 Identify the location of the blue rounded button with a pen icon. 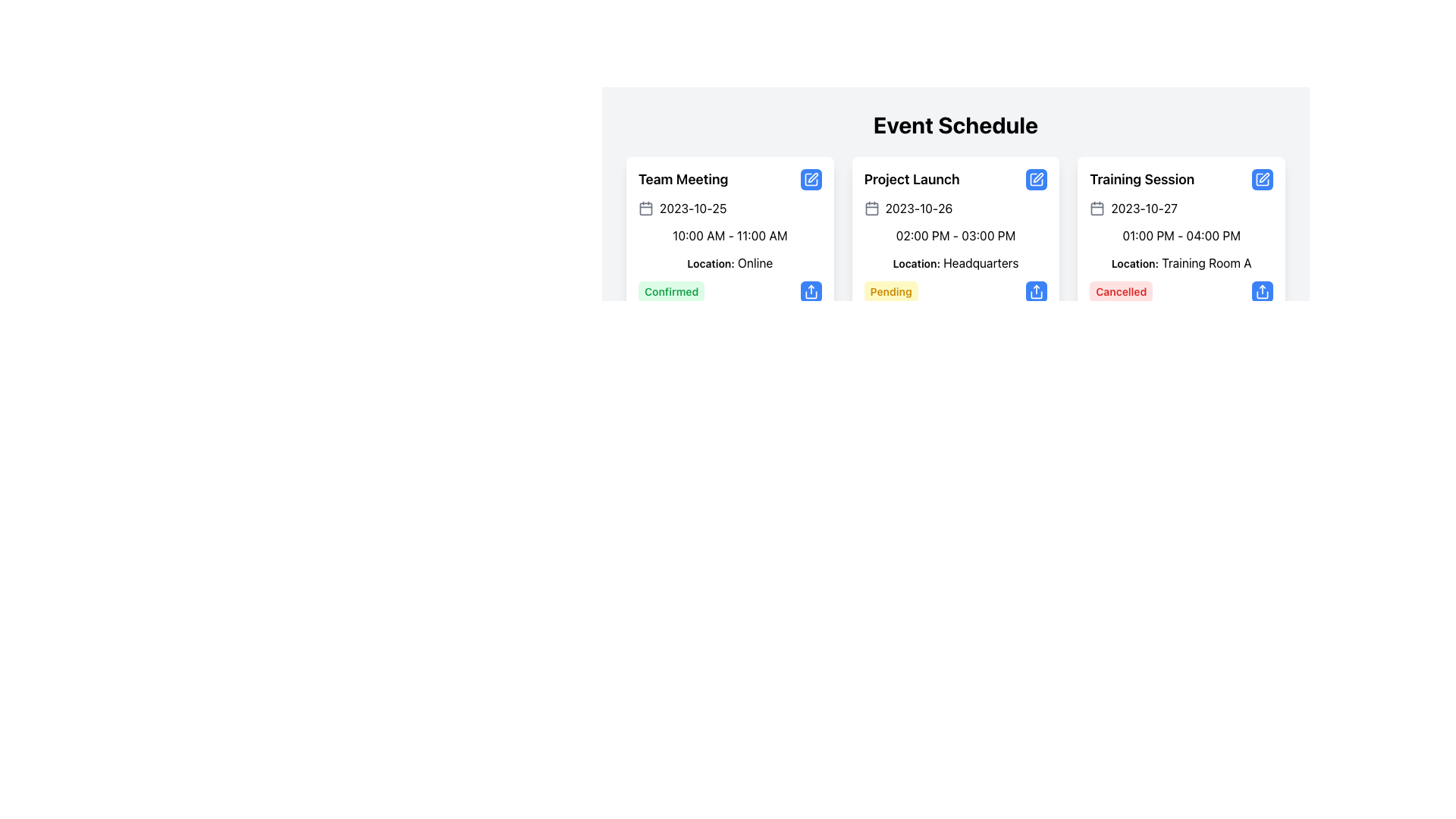
(1036, 178).